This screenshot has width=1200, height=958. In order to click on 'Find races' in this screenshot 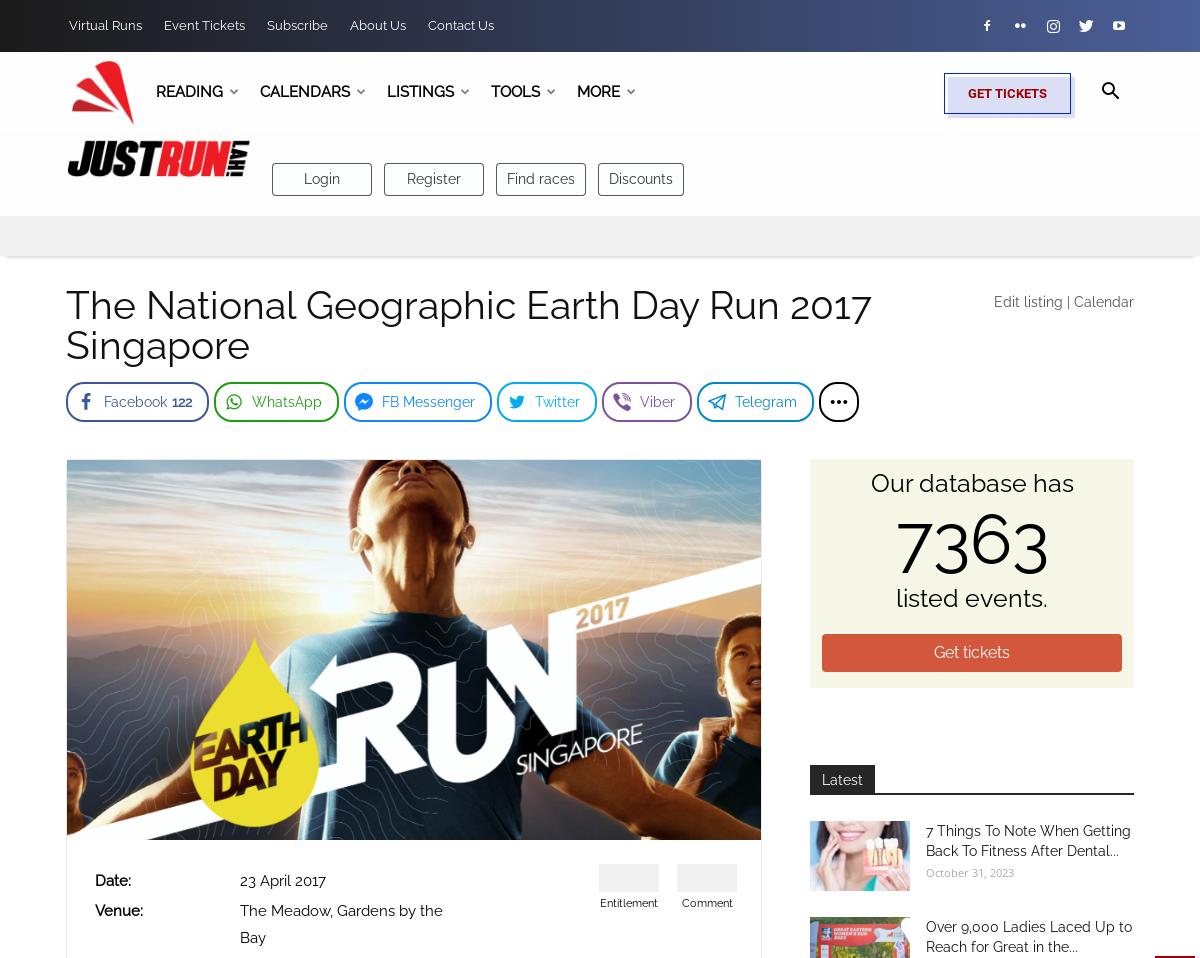, I will do `click(539, 177)`.